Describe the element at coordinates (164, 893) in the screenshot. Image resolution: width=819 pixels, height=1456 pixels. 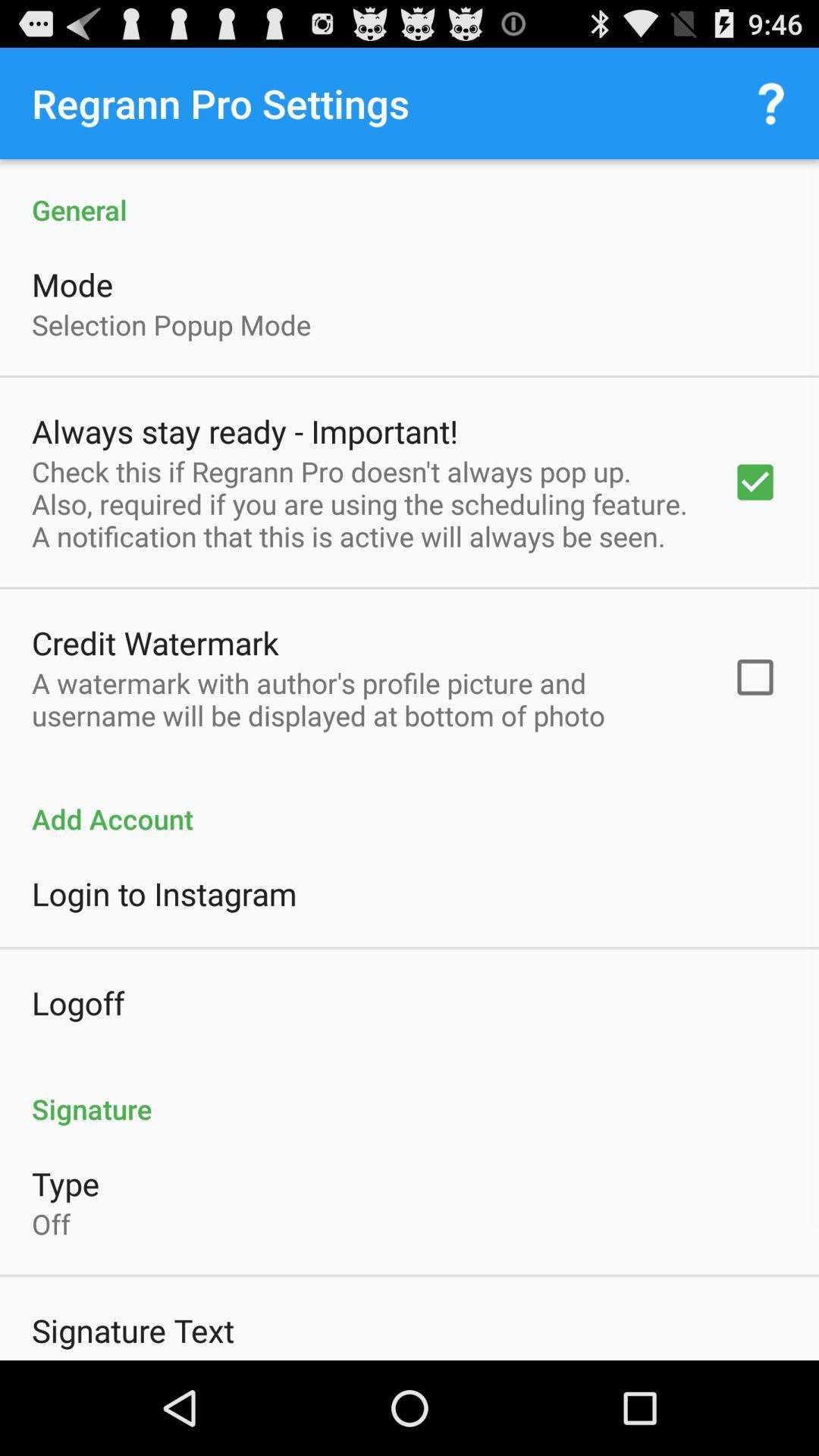
I see `icon above the logoff item` at that location.